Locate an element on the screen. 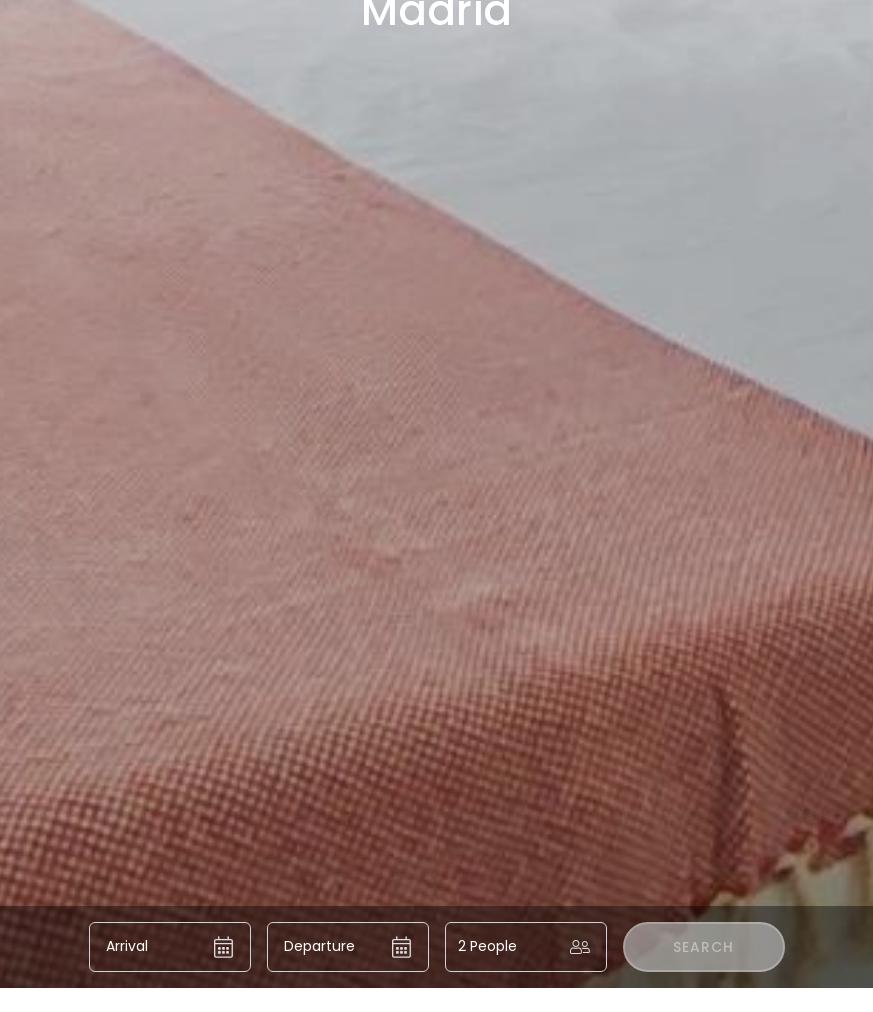  'Travelers' is located at coordinates (595, 611).